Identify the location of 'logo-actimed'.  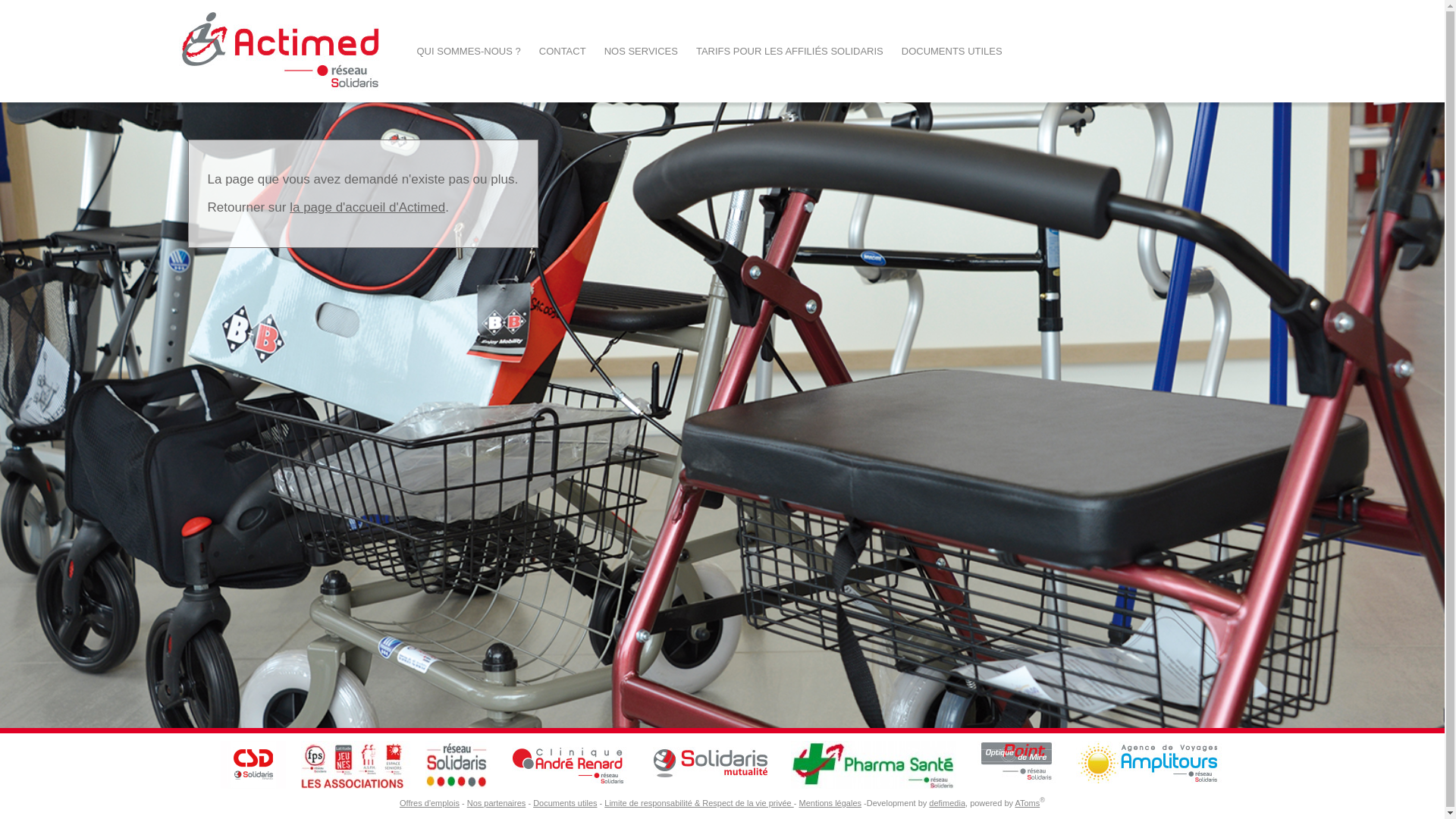
(281, 50).